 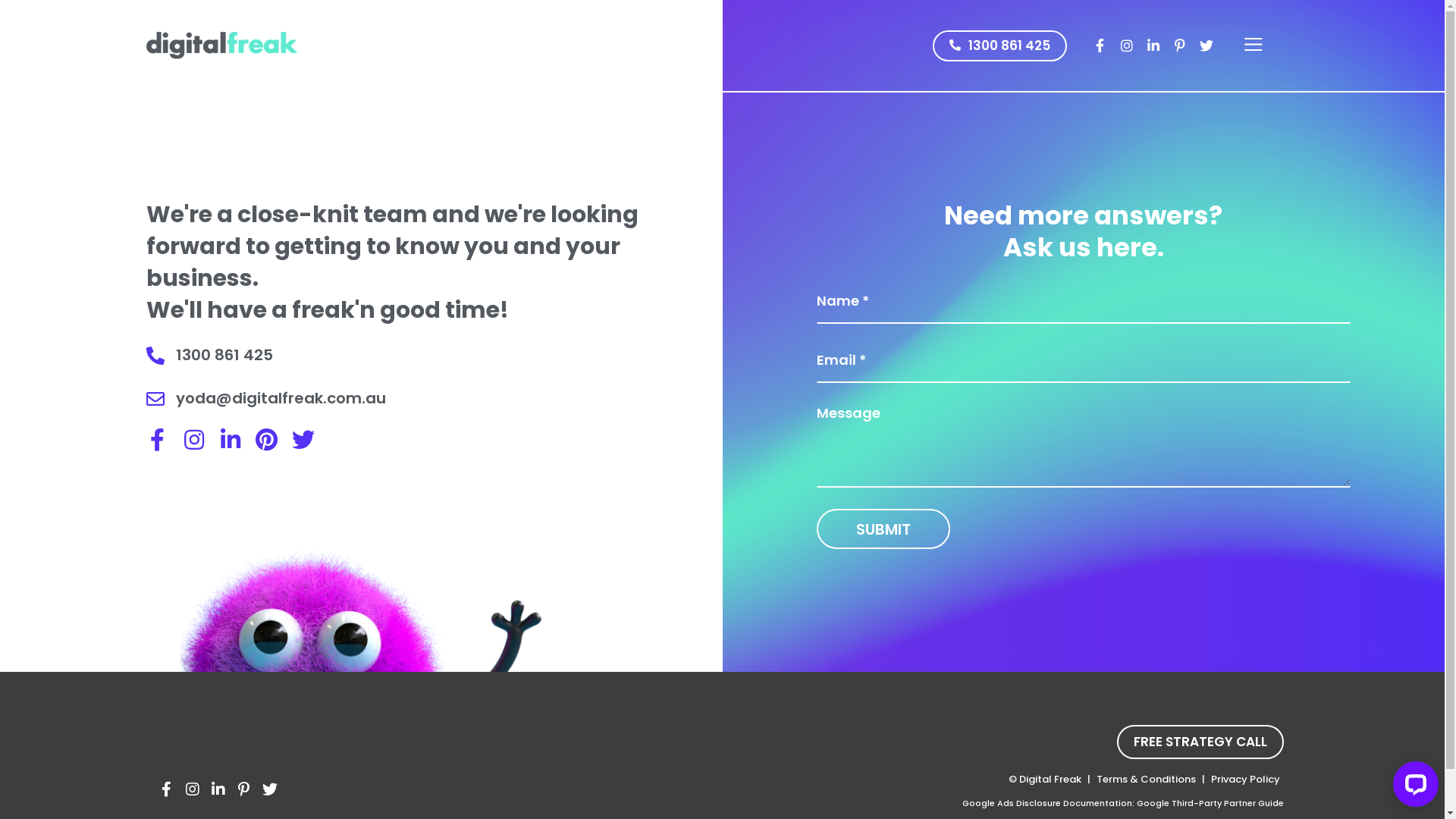 I want to click on '1300 861 425', so click(x=999, y=45).